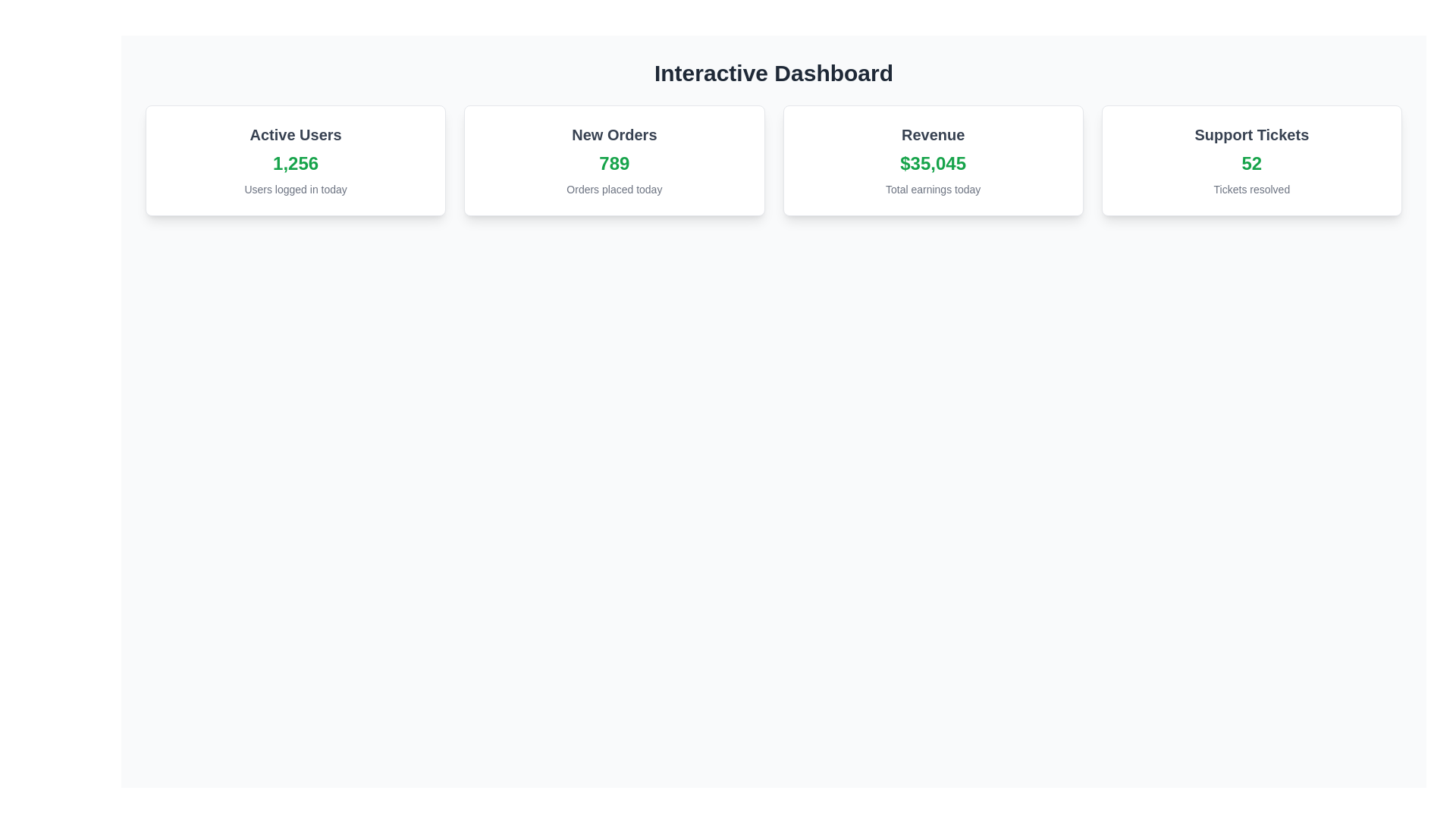 This screenshot has width=1456, height=819. What do you see at coordinates (932, 164) in the screenshot?
I see `the static text element displaying the monetary amount "$35,045", which is styled in a large, bold green font, located between the heading "Revenue" and the description "Total earnings today"` at bounding box center [932, 164].